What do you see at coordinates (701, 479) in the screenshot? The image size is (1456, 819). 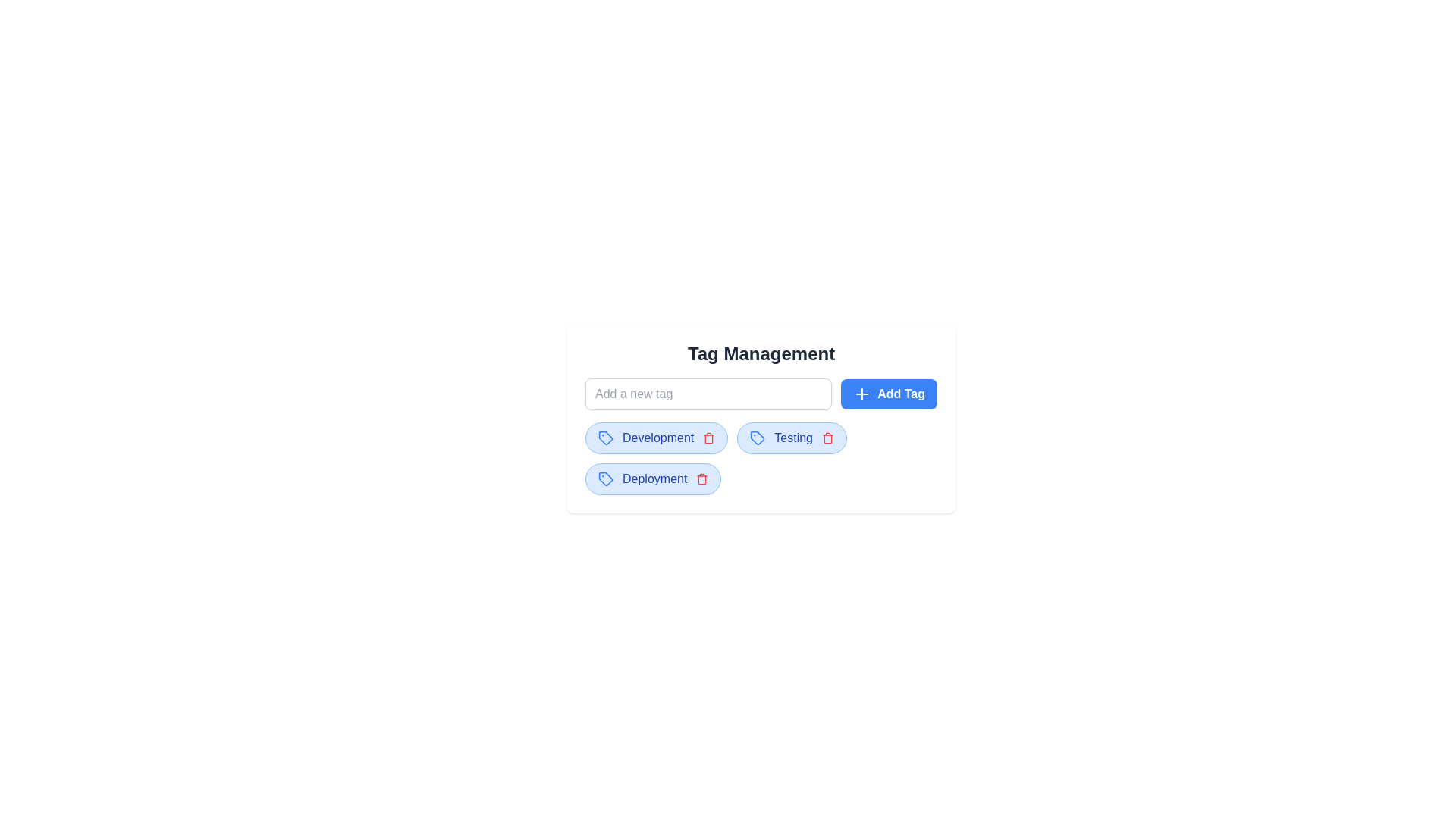 I see `the tag Deployment by clicking the trash icon next to it` at bounding box center [701, 479].